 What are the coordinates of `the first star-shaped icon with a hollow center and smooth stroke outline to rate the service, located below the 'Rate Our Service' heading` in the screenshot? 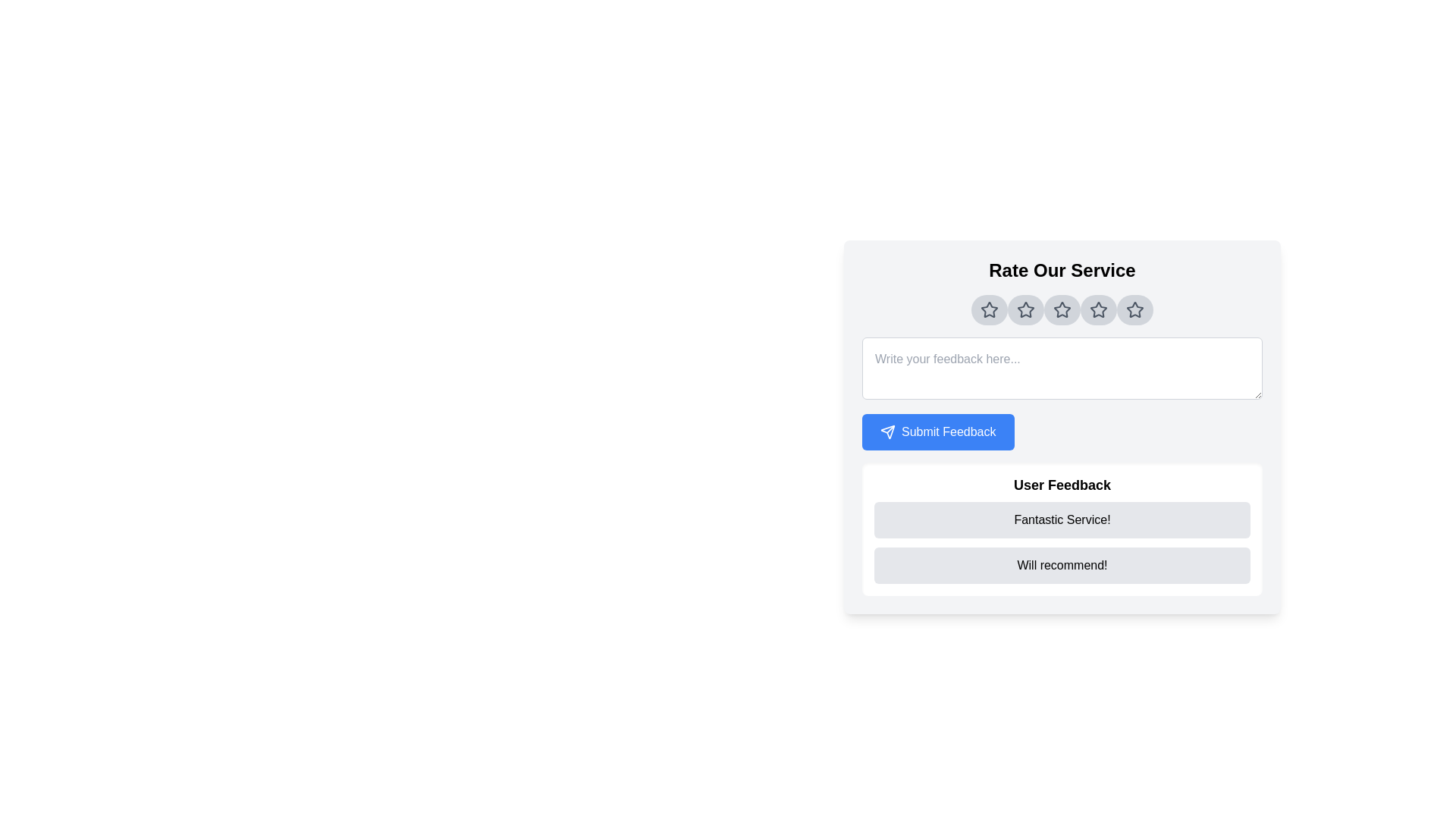 It's located at (990, 309).